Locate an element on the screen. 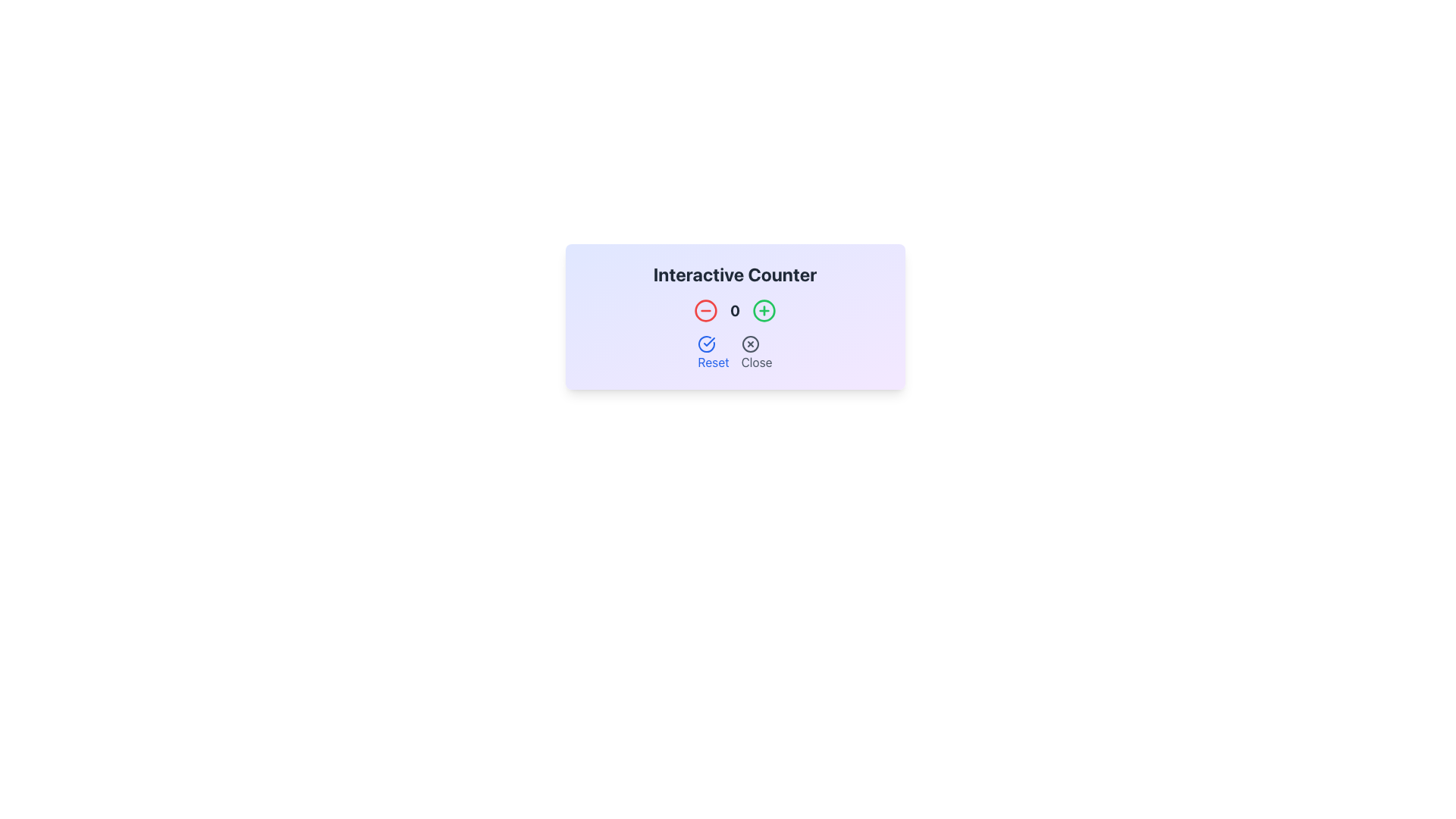 This screenshot has height=819, width=1456. the bold numeral '0' displayed in large gray font, centrally located between a red minus icon and a green plus icon is located at coordinates (735, 309).